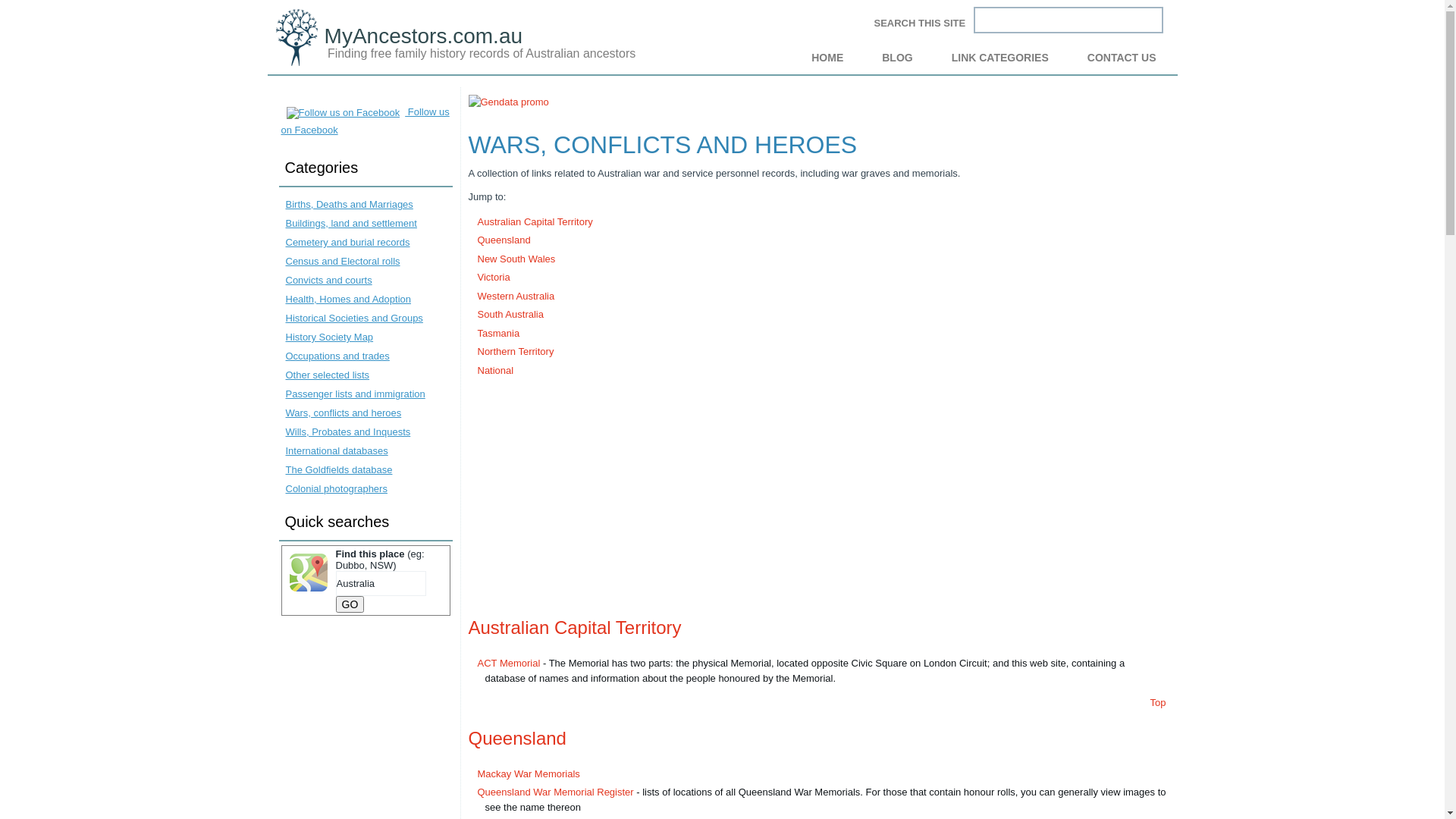 The width and height of the screenshot is (1456, 819). Describe the element at coordinates (517, 737) in the screenshot. I see `'Queensland'` at that location.